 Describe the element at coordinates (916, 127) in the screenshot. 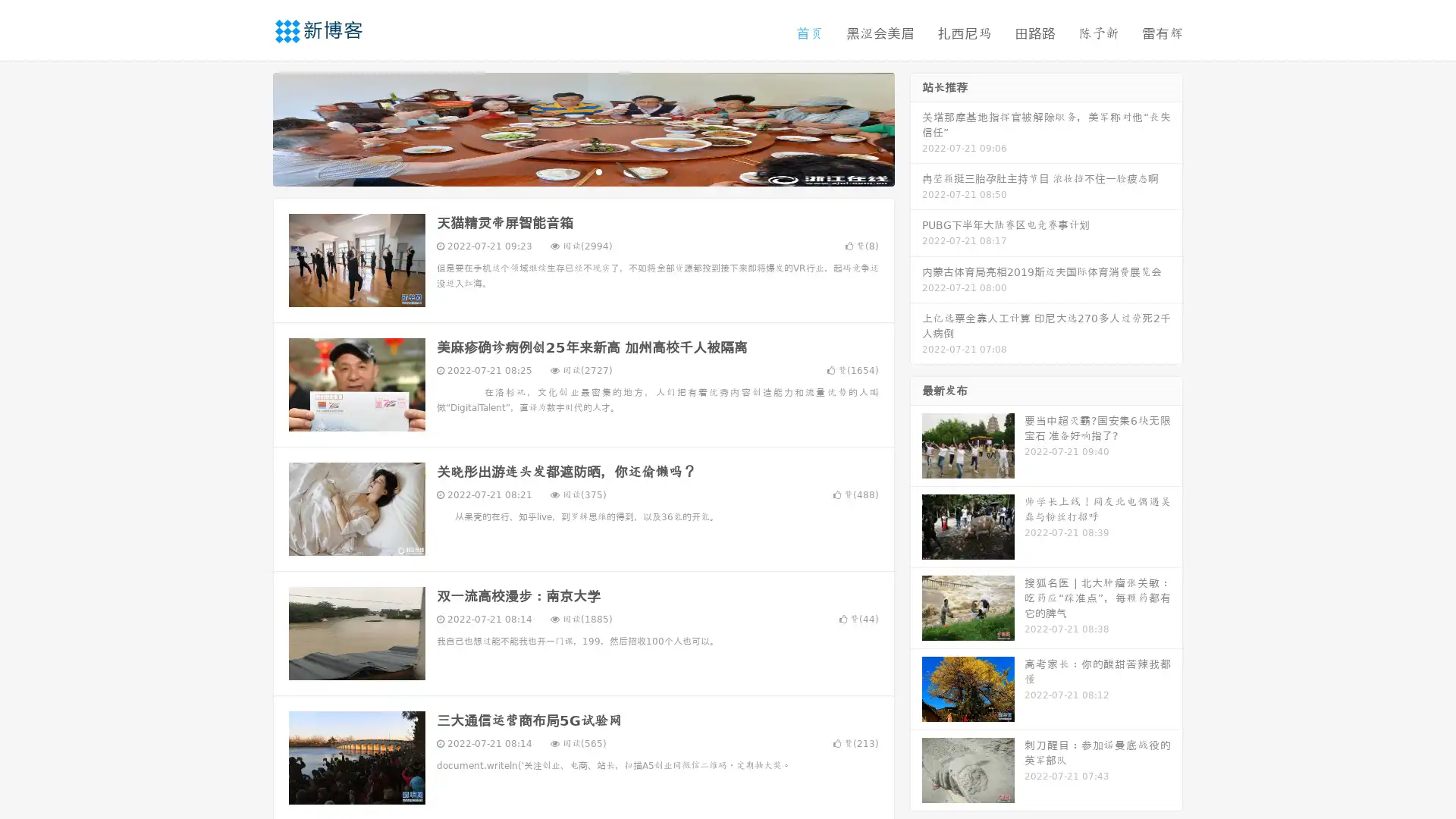

I see `Next slide` at that location.